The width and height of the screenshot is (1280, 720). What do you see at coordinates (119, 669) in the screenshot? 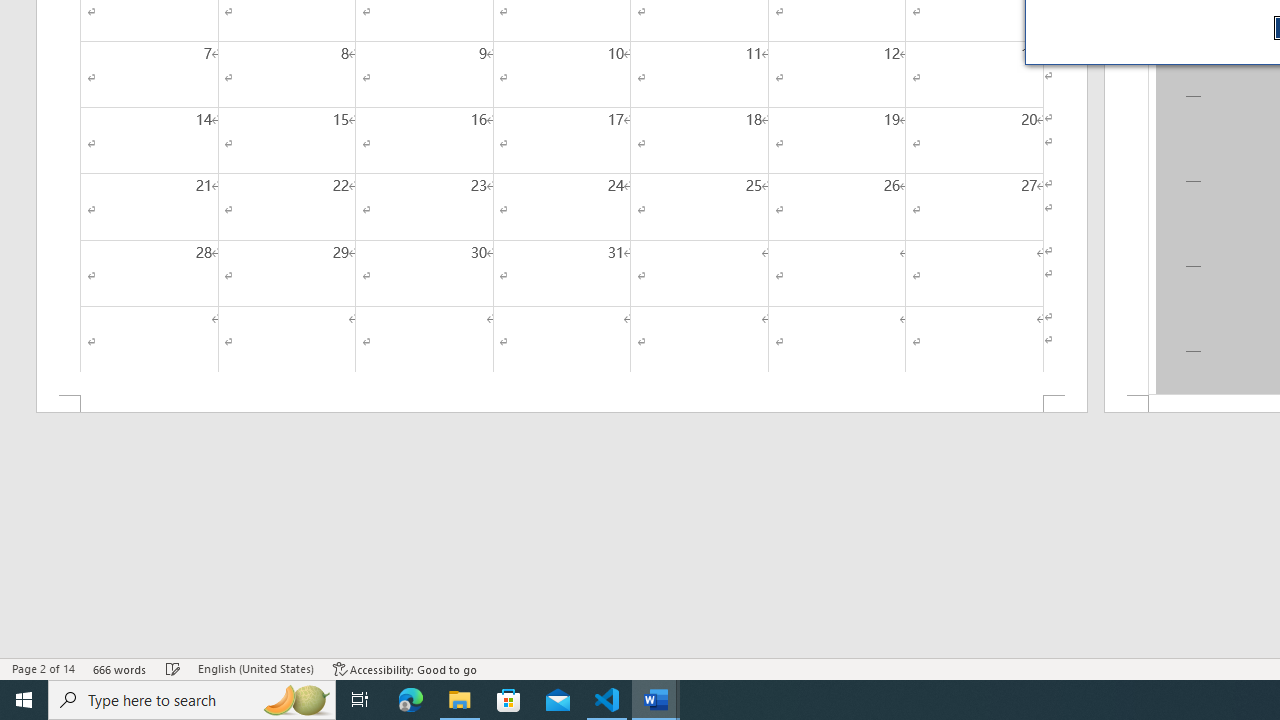
I see `'Word Count 666 words'` at bounding box center [119, 669].